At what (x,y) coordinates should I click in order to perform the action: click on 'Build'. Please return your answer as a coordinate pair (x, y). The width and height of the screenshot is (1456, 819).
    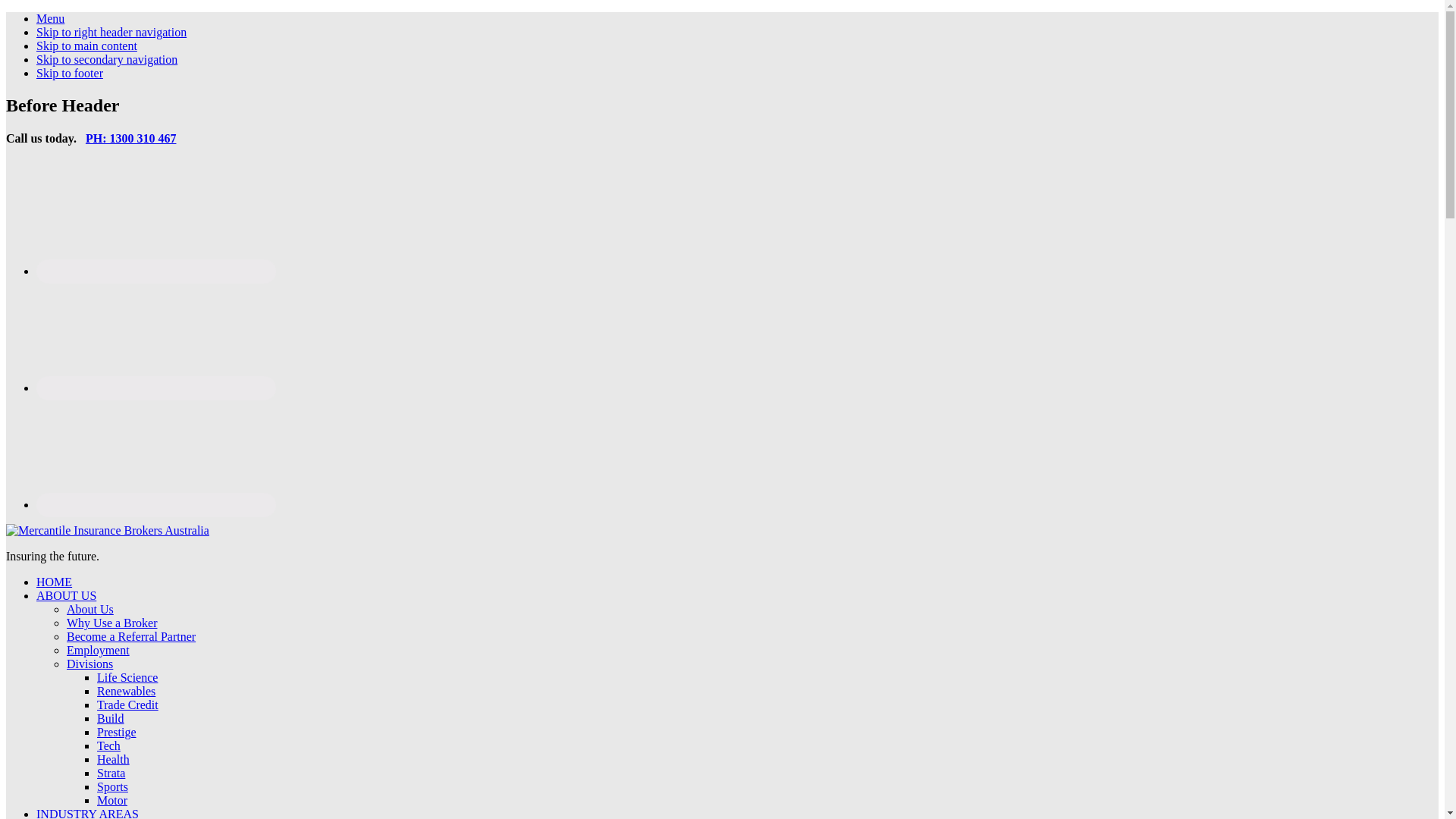
    Looking at the image, I should click on (109, 717).